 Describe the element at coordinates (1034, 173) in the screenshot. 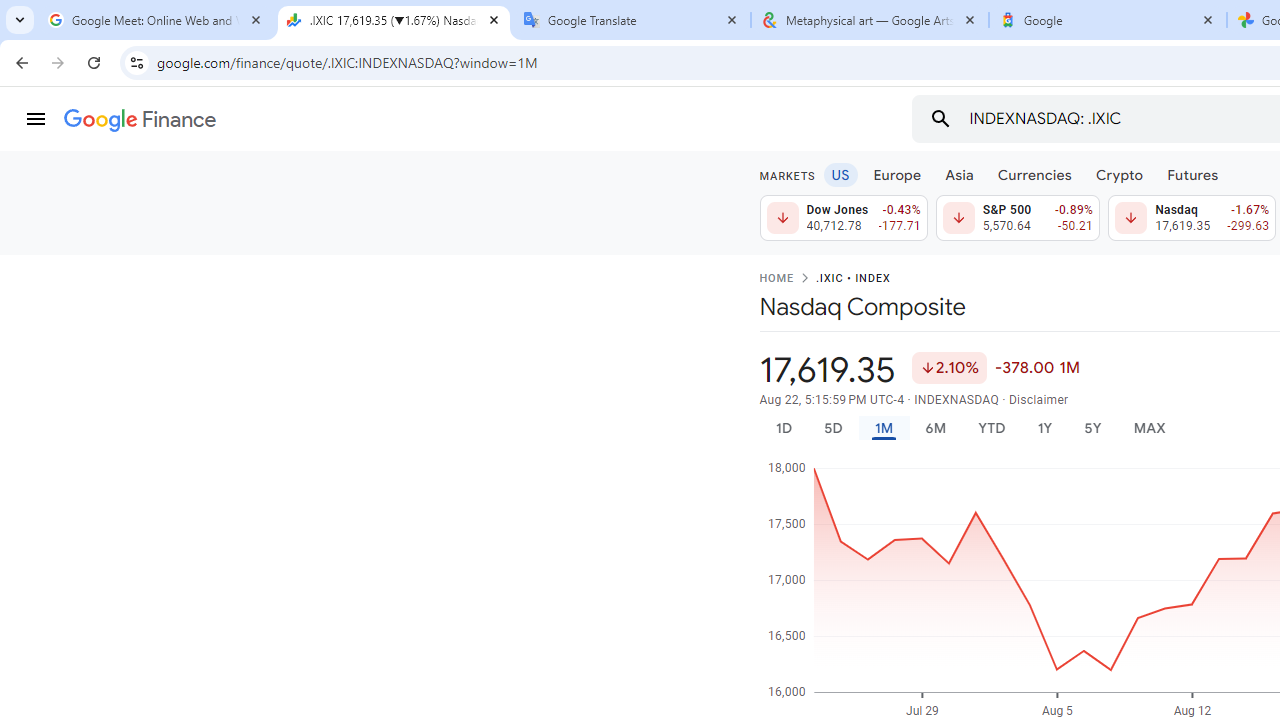

I see `'Currencies'` at that location.